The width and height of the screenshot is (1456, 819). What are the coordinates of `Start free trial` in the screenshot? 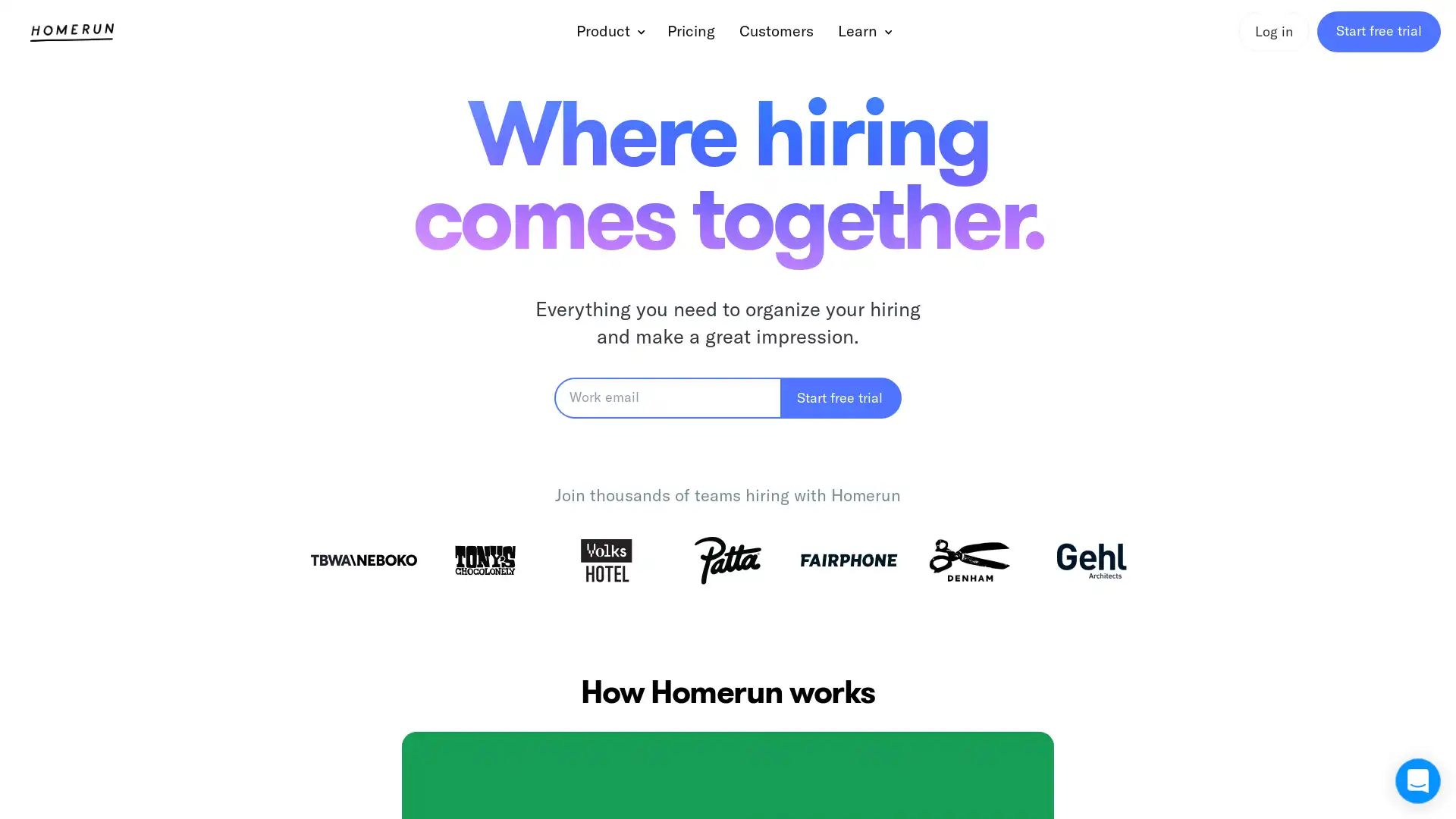 It's located at (840, 397).